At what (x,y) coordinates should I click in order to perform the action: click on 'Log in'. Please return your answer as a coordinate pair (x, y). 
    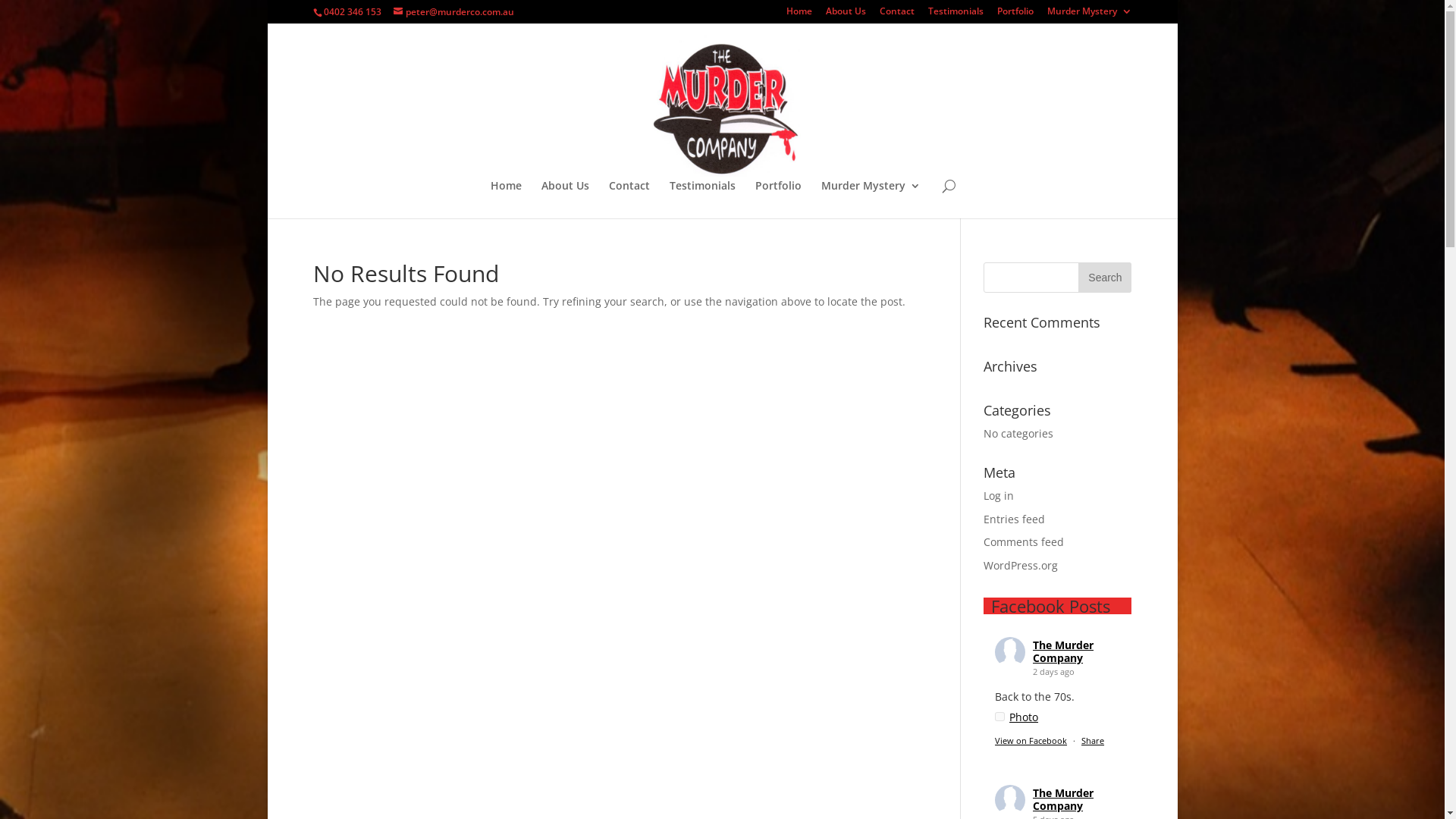
    Looking at the image, I should click on (998, 495).